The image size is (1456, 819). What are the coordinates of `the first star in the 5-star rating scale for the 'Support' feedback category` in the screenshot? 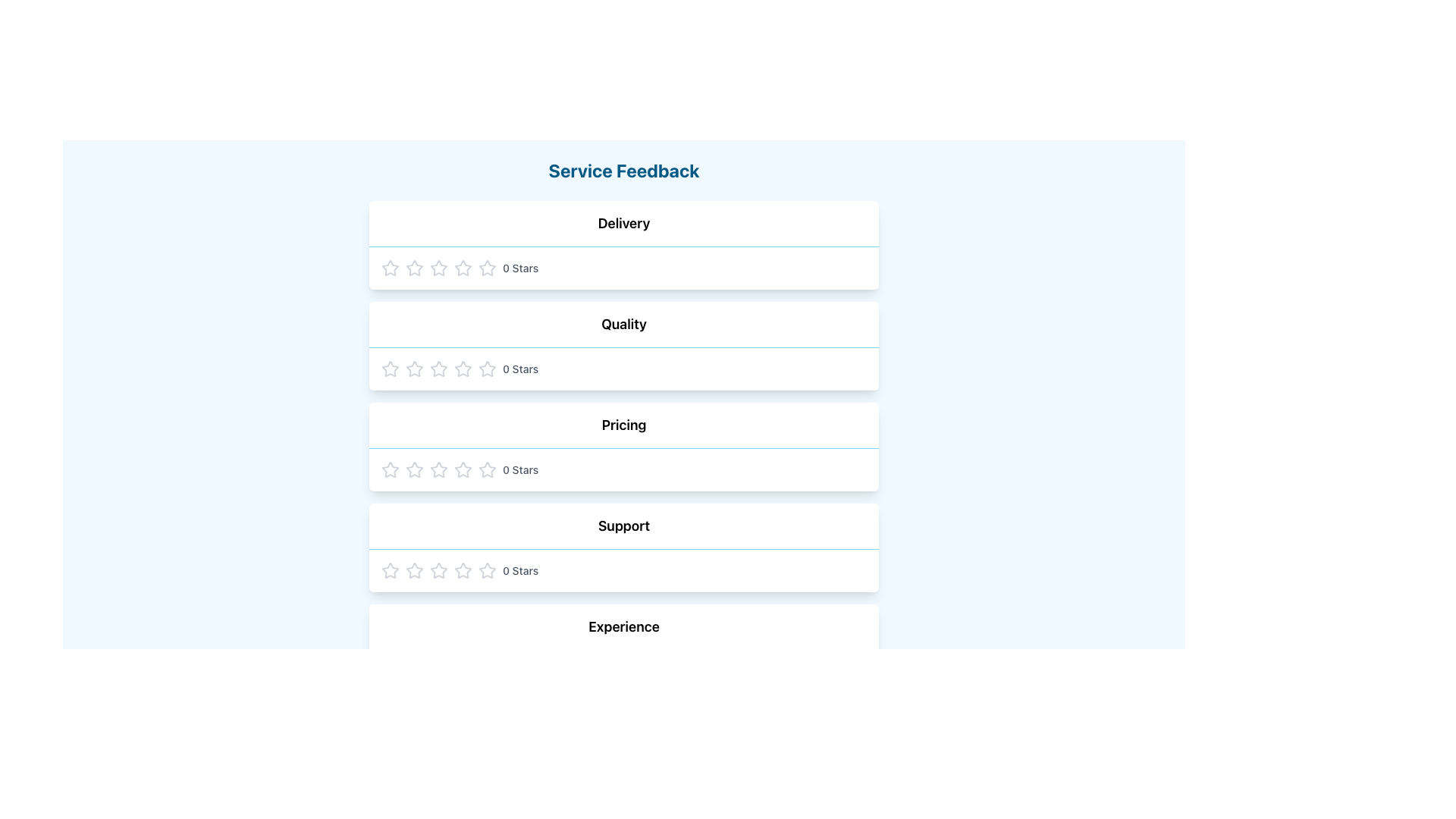 It's located at (390, 570).